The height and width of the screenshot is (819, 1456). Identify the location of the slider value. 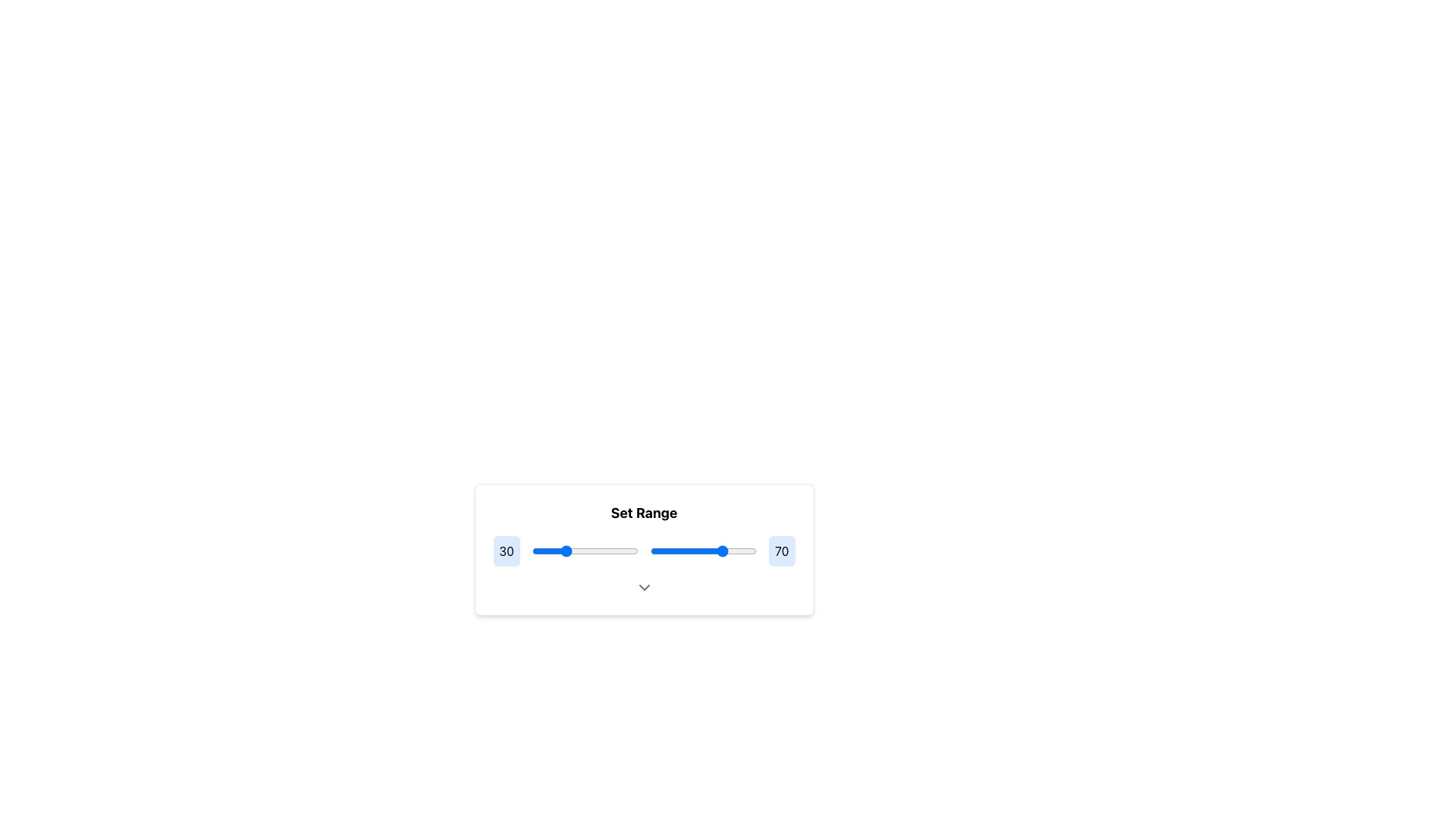
(736, 551).